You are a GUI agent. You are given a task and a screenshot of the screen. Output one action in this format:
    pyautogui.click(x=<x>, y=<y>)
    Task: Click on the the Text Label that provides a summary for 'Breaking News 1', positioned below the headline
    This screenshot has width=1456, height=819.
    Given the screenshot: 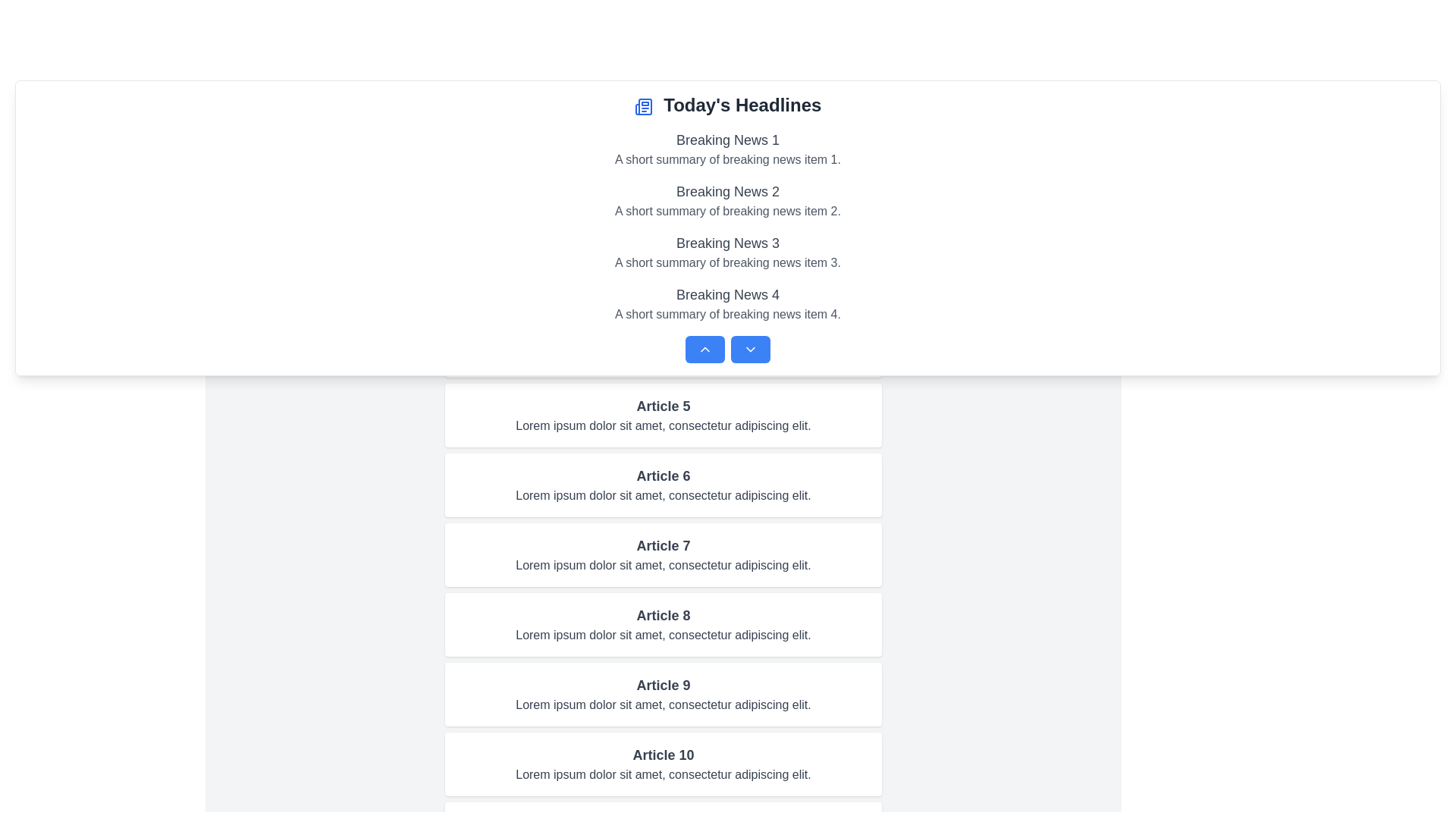 What is the action you would take?
    pyautogui.click(x=728, y=160)
    